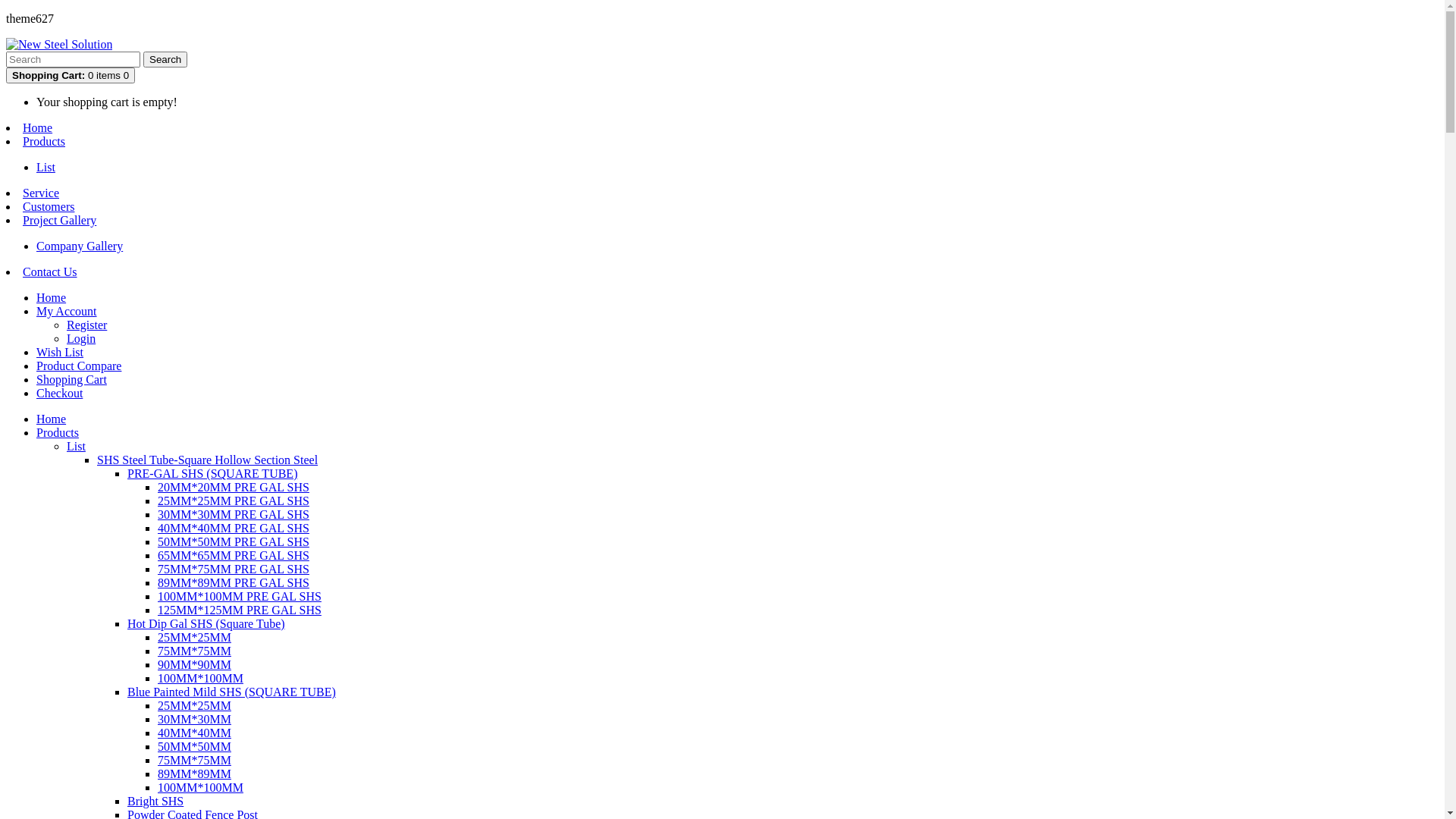 The image size is (1456, 819). Describe the element at coordinates (36, 378) in the screenshot. I see `'Shopping Cart'` at that location.